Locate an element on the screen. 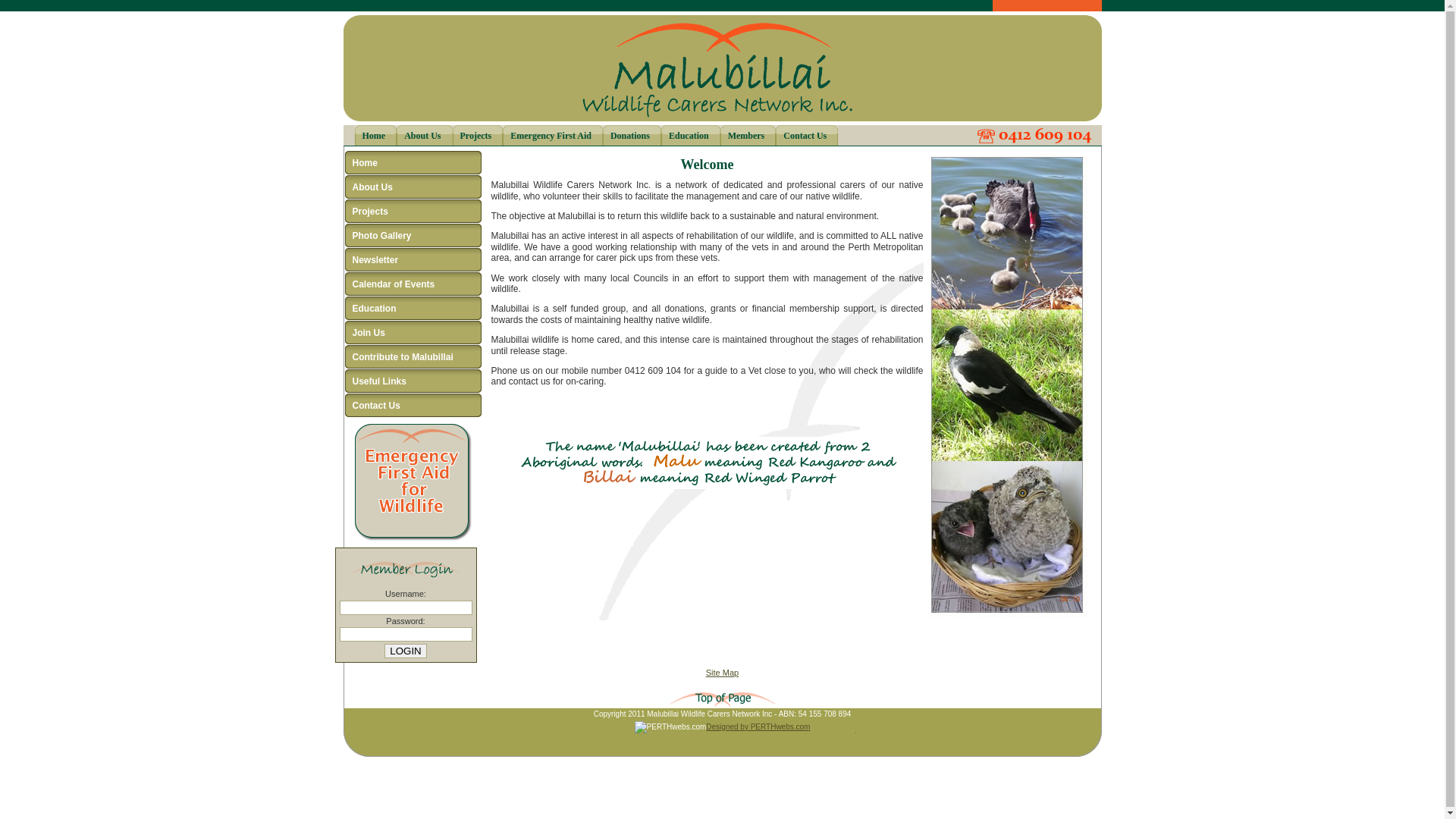 Image resolution: width=1456 pixels, height=819 pixels. 'Projects' is located at coordinates (477, 134).